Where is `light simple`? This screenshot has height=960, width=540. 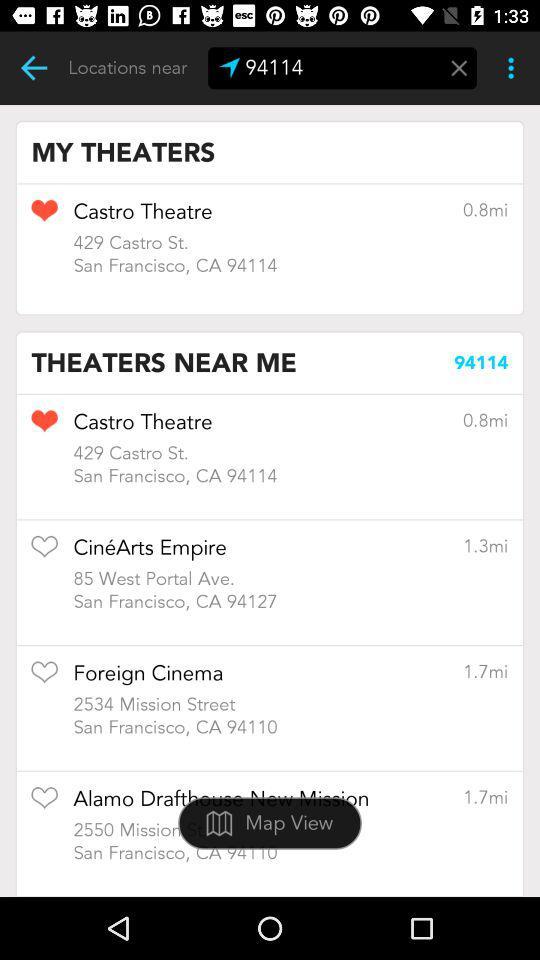
light simple is located at coordinates (33, 68).